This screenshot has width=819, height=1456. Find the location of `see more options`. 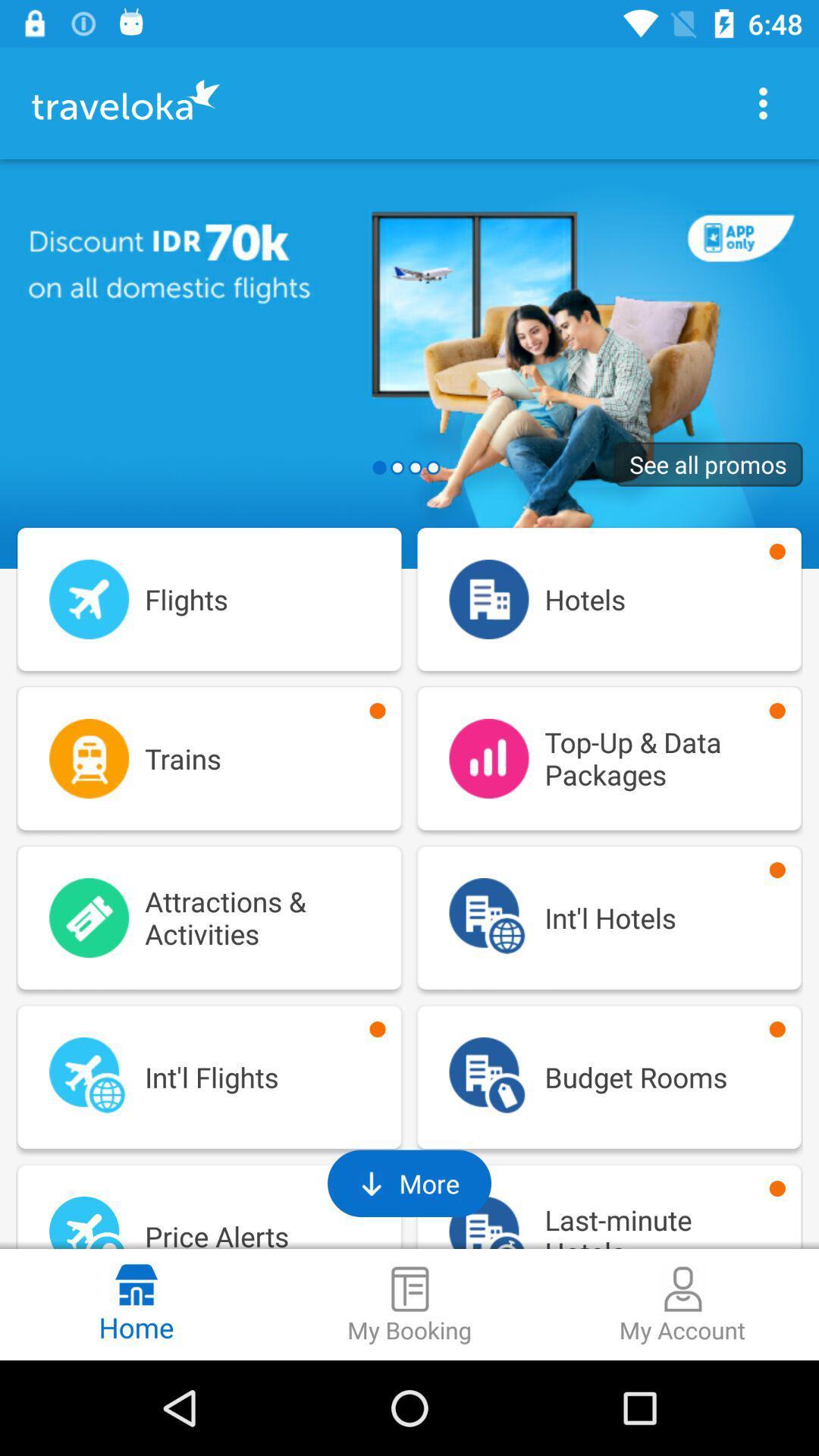

see more options is located at coordinates (763, 102).